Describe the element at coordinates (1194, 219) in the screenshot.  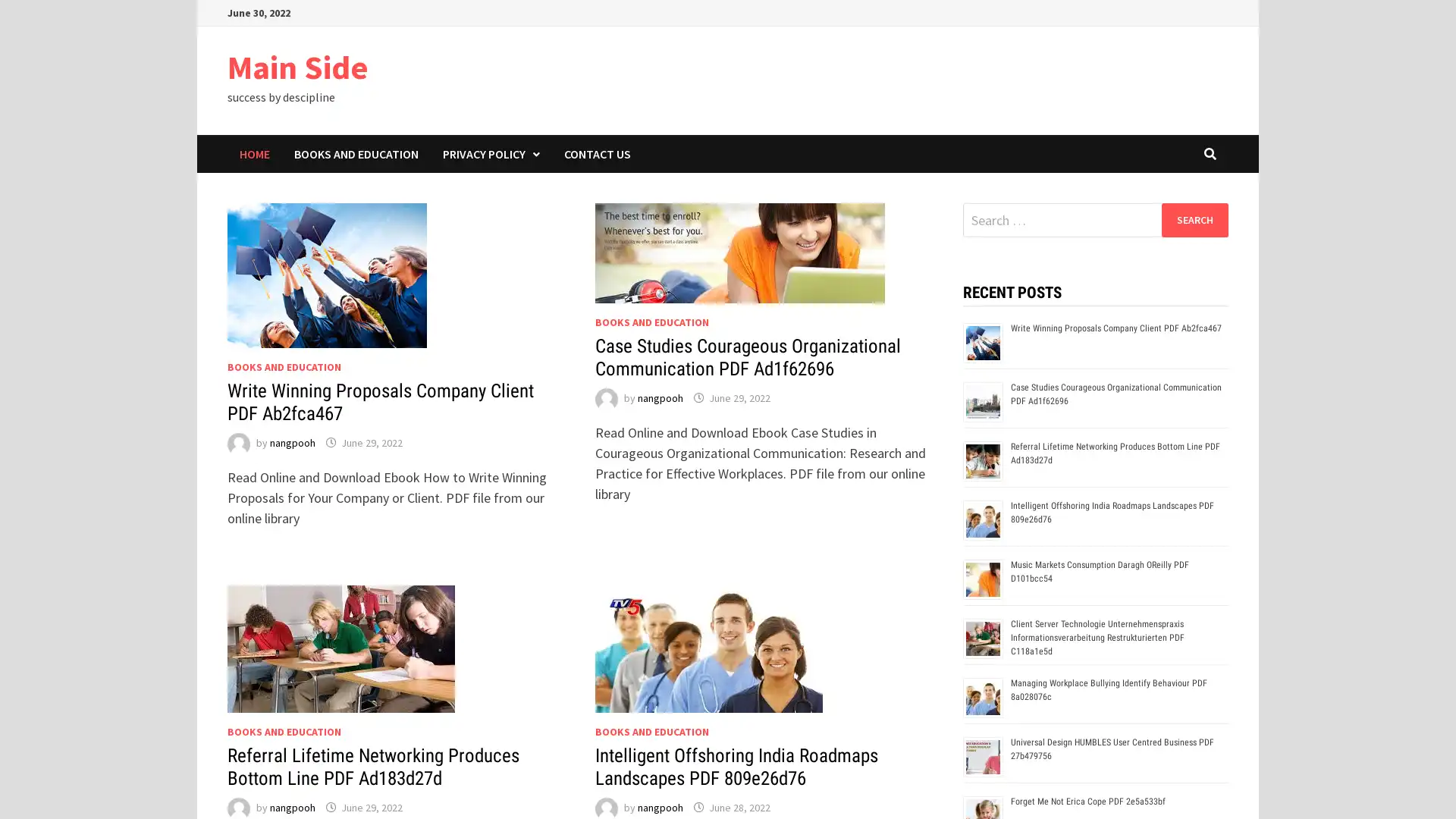
I see `Search` at that location.